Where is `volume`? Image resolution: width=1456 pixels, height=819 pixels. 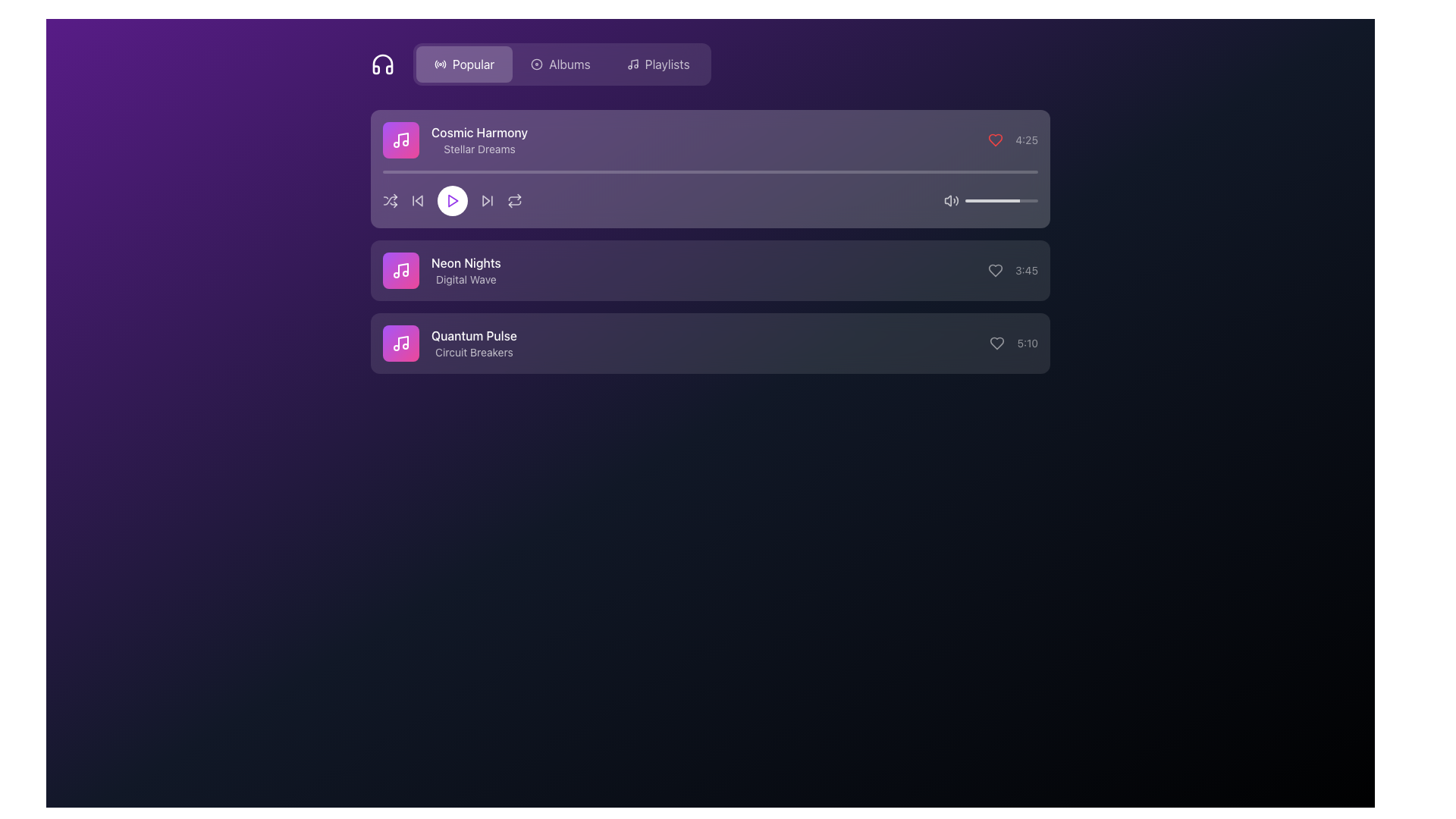
volume is located at coordinates (1036, 200).